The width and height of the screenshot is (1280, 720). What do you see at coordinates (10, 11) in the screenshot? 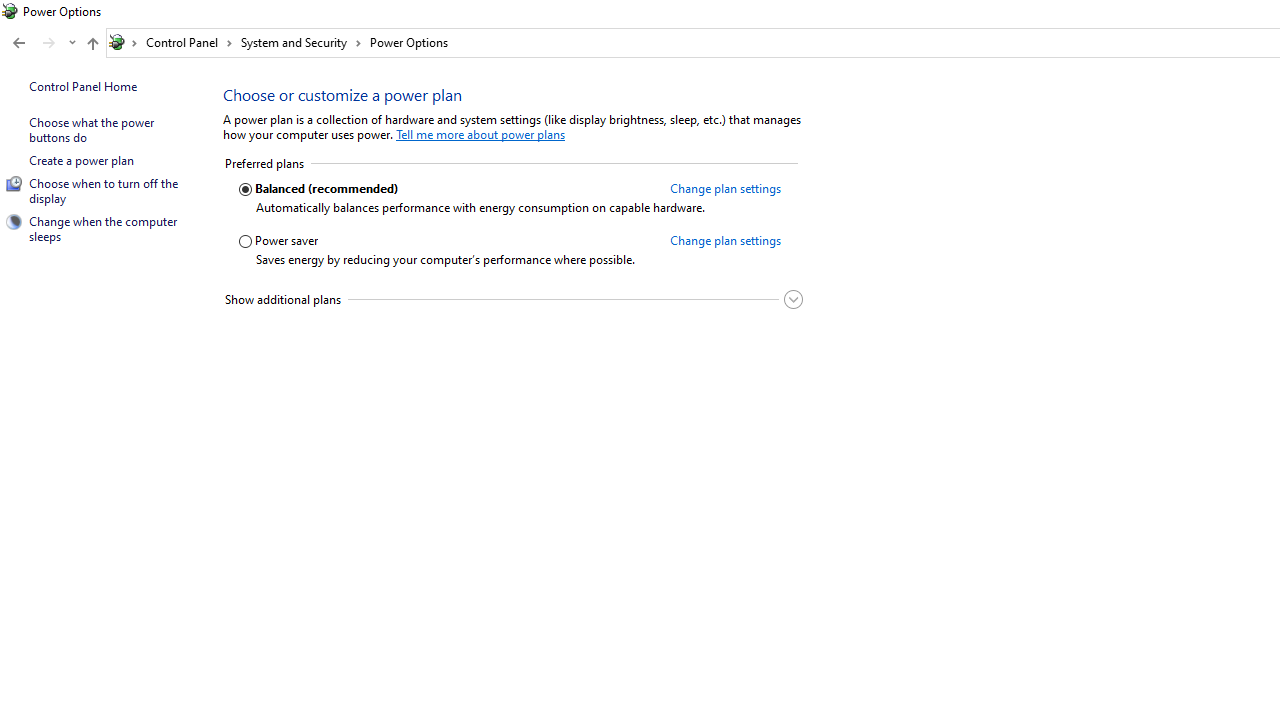
I see `'System'` at bounding box center [10, 11].